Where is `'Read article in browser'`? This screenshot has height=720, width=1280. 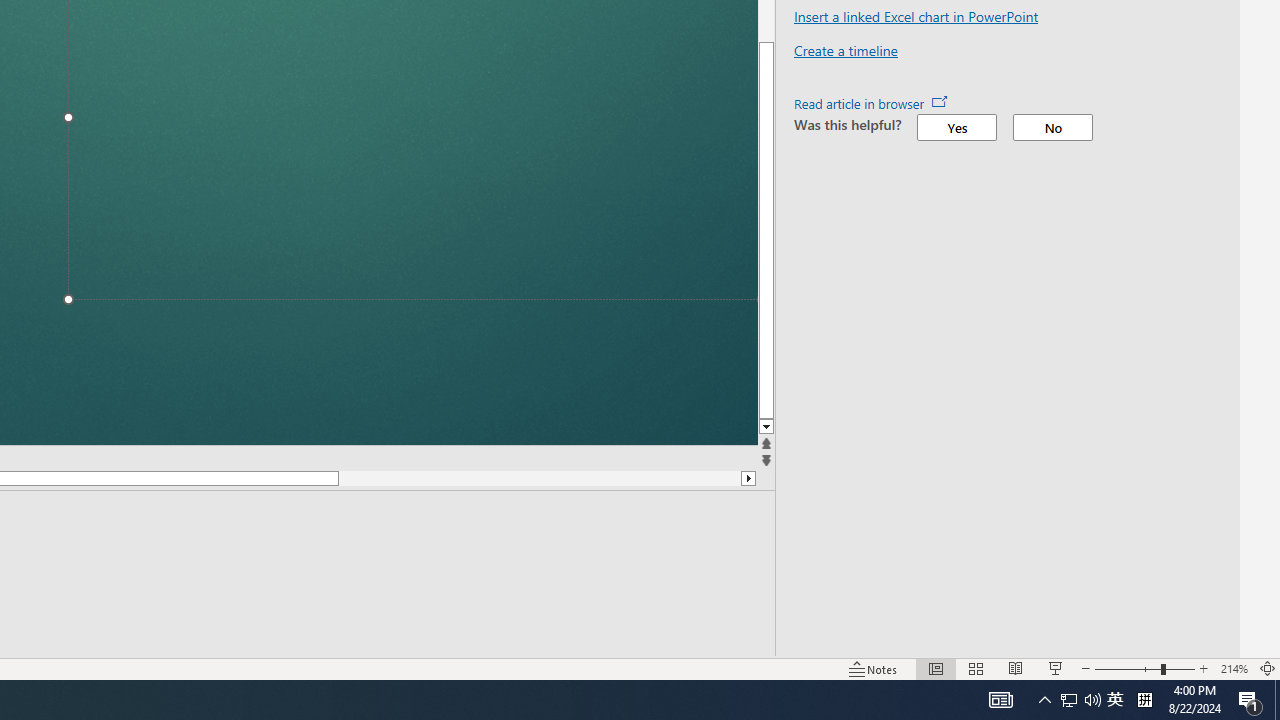 'Read article in browser' is located at coordinates (871, 103).